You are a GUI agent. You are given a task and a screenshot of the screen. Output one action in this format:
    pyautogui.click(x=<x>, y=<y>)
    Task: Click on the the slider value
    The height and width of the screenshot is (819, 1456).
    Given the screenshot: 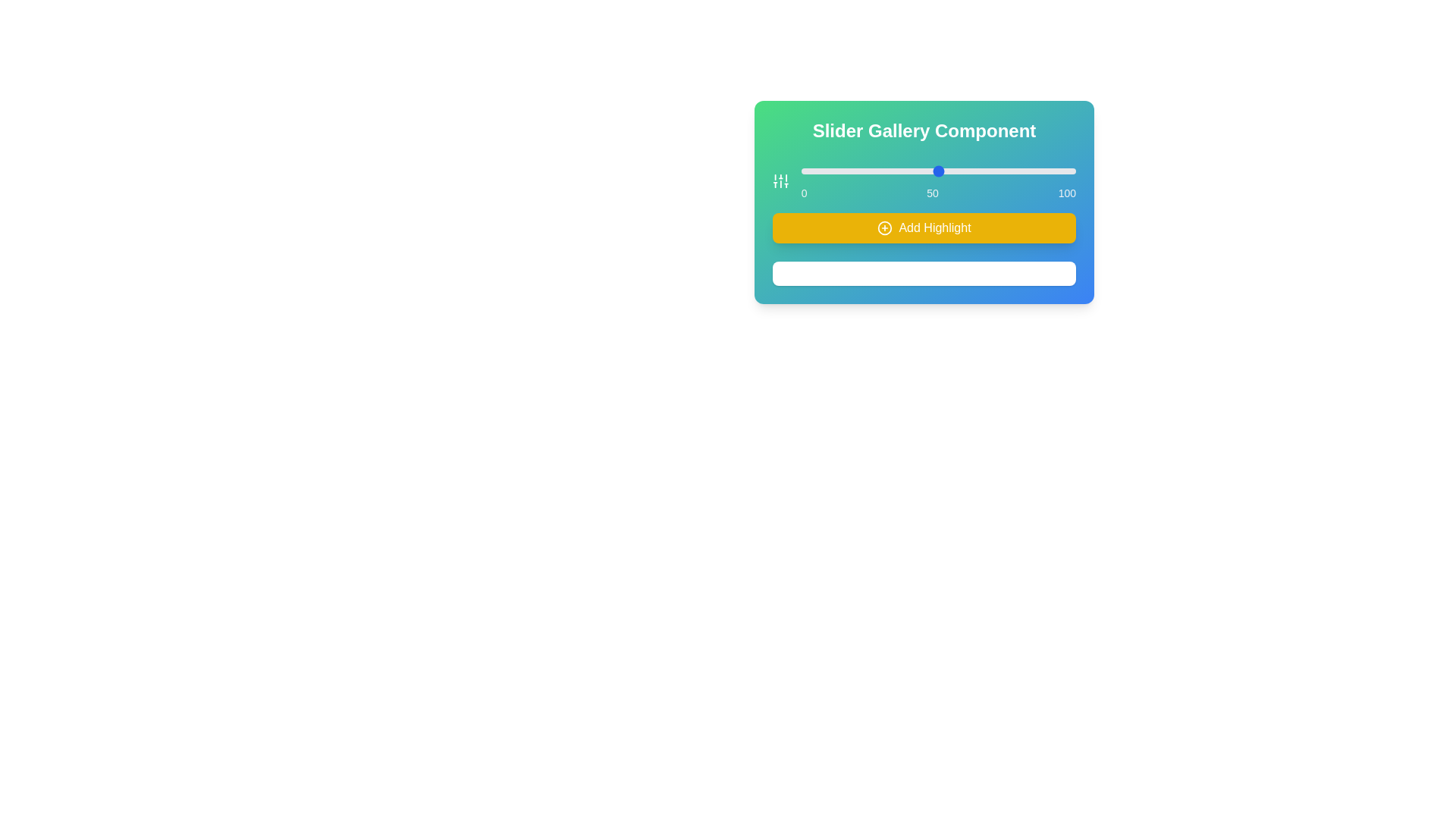 What is the action you would take?
    pyautogui.click(x=962, y=171)
    